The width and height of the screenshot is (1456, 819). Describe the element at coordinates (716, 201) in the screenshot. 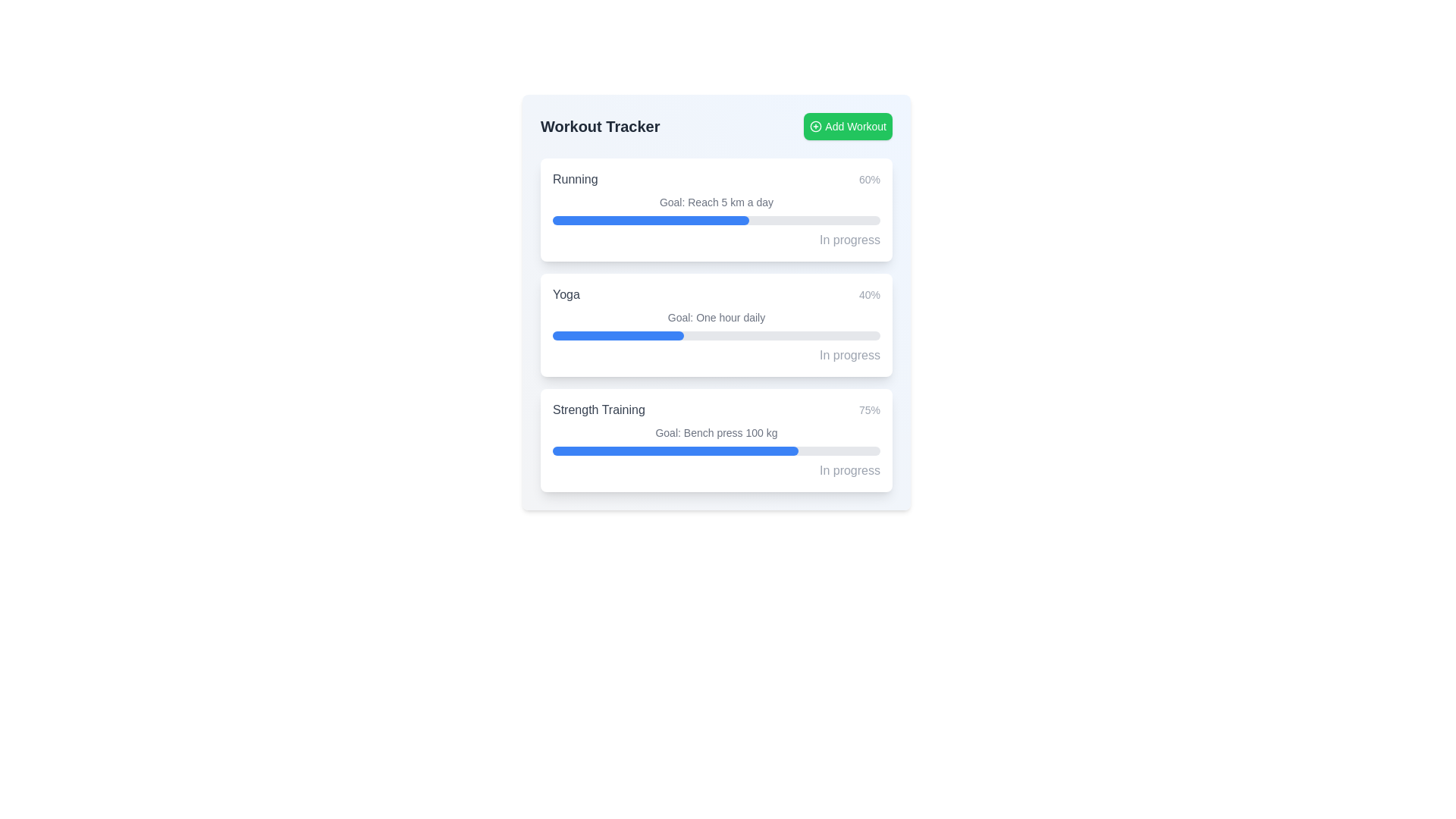

I see `the text label that informs the user about the goal to reach 5 km a day, positioned below the 'Running' label and above the progress bar` at that location.